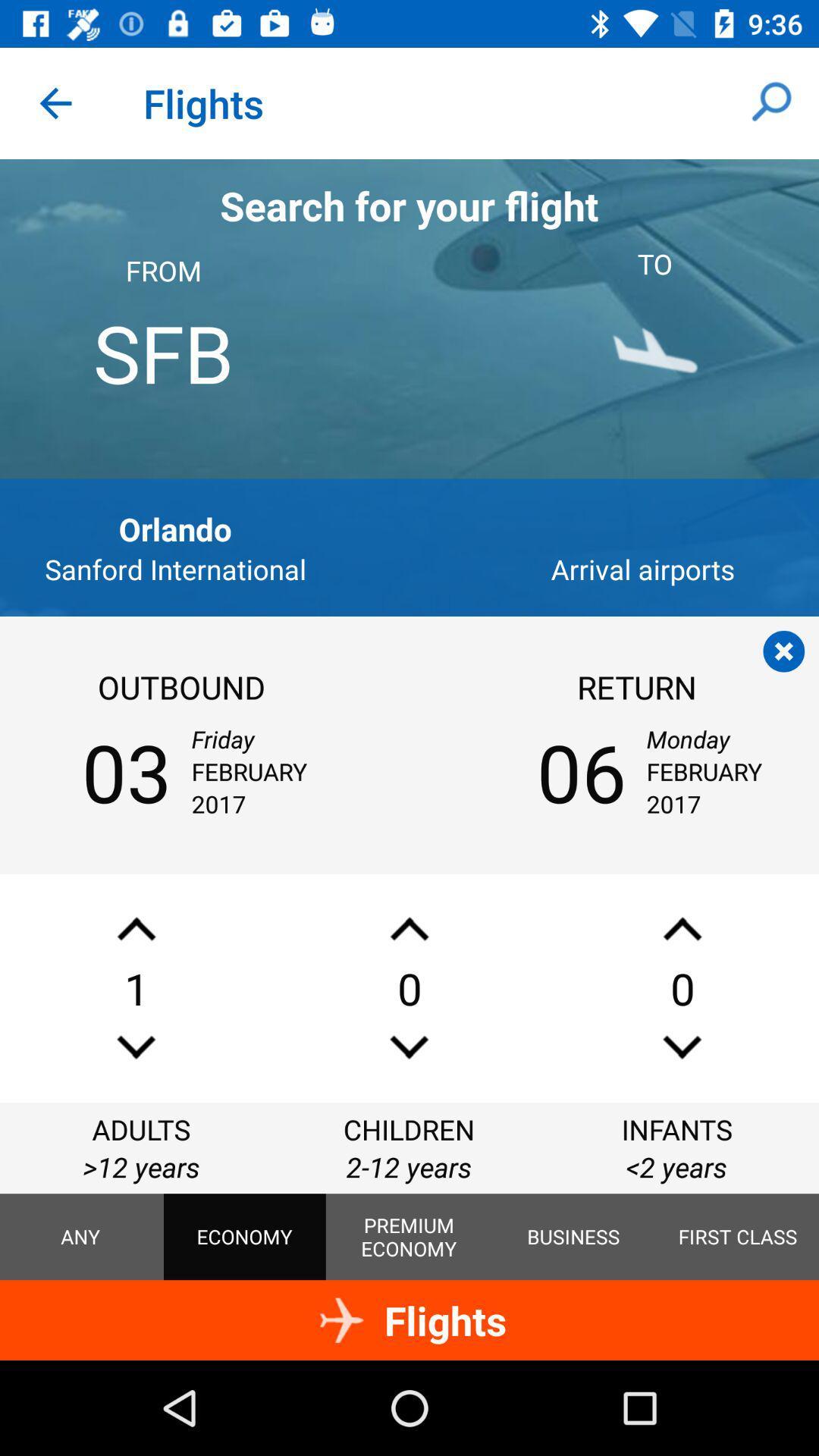 The height and width of the screenshot is (1456, 819). I want to click on the icon to the right of the economy icon, so click(408, 1237).